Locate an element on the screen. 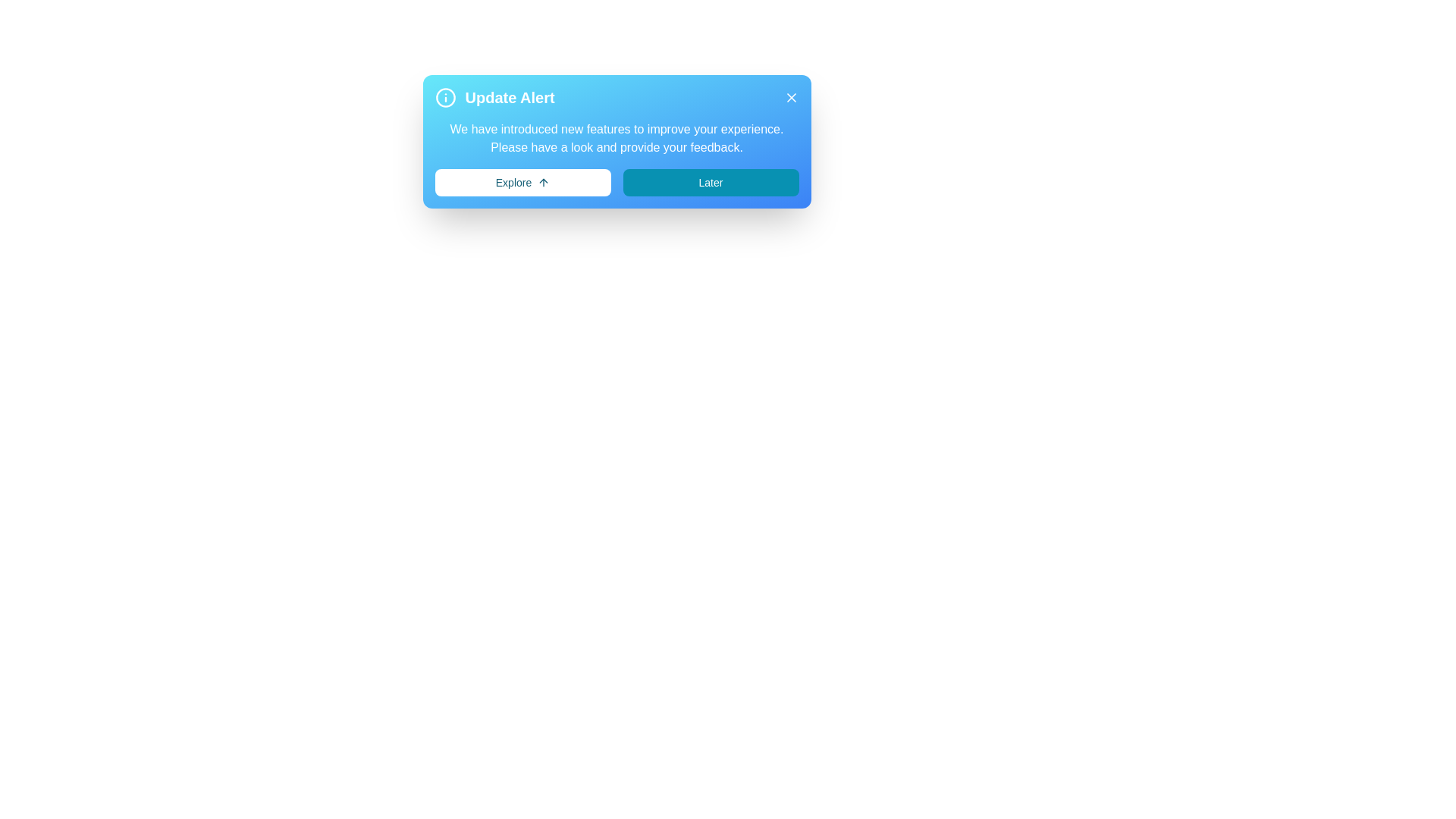 Image resolution: width=1456 pixels, height=819 pixels. the 'X' button to dismiss the alert is located at coordinates (790, 97).